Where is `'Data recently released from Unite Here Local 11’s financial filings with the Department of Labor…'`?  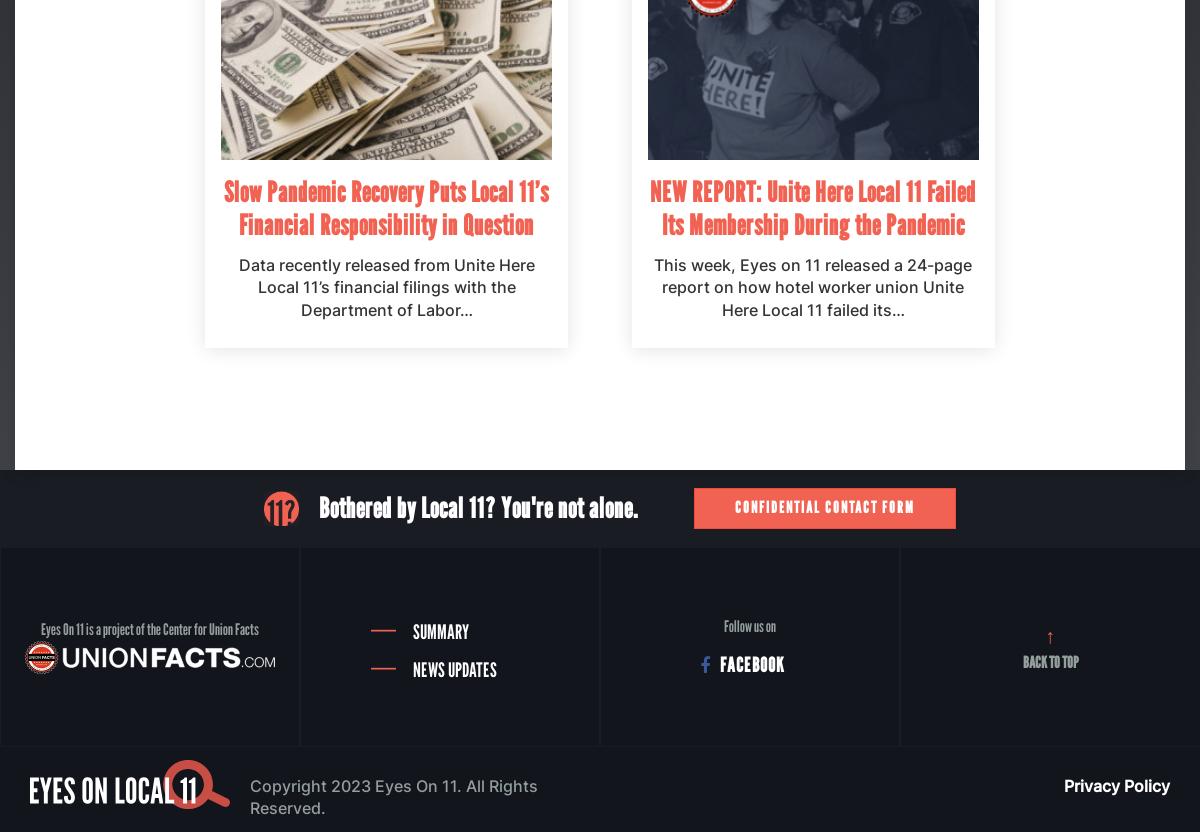
'Data recently released from Unite Here Local 11’s financial filings with the Department of Labor…' is located at coordinates (386, 285).